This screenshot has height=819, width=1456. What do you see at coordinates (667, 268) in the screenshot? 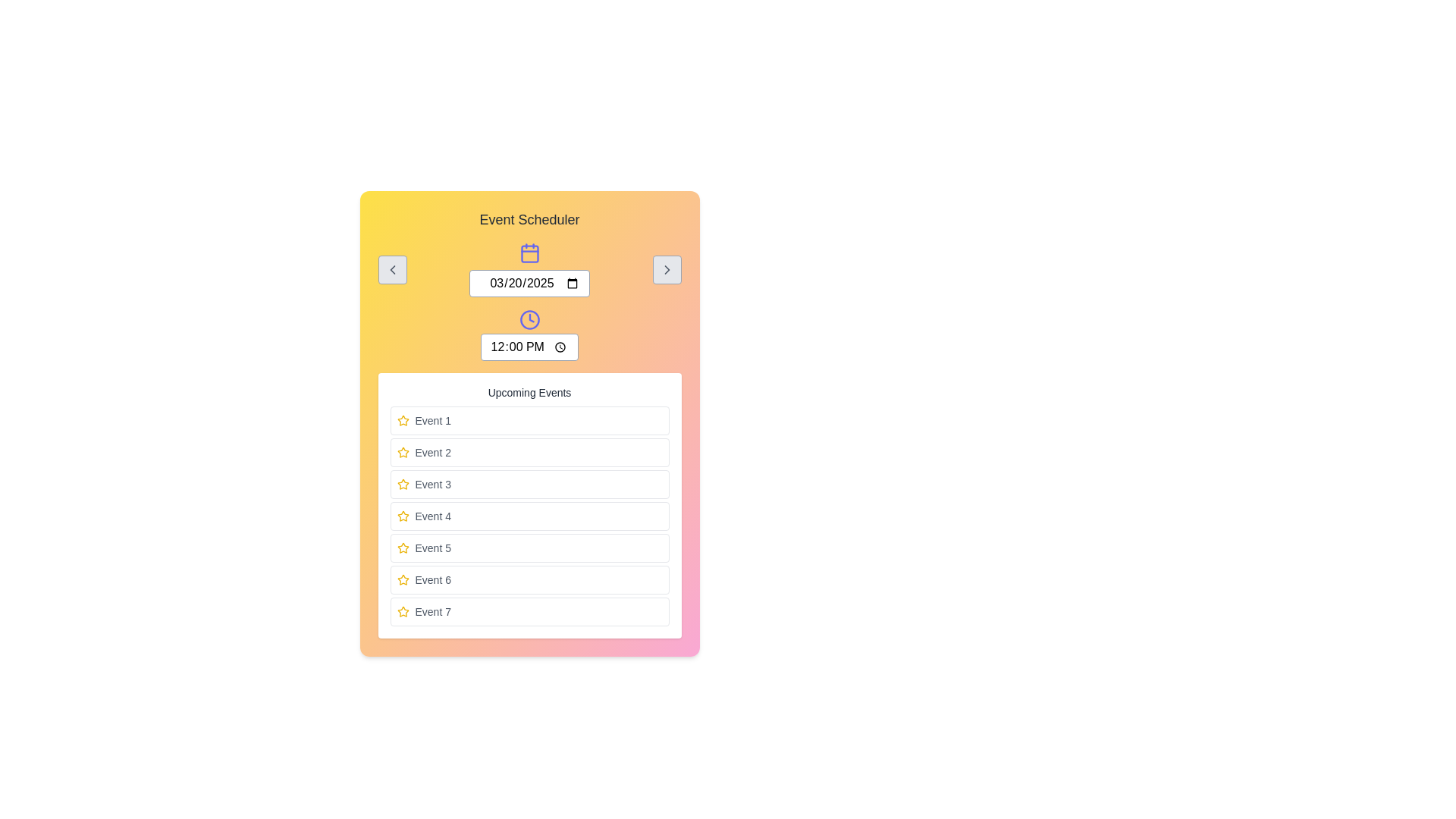
I see `the rounded rectangular gray button with a rightward arrow icon located in the top-right corner of the 'Event Scheduler' section to observe tooltip or styling changes` at bounding box center [667, 268].